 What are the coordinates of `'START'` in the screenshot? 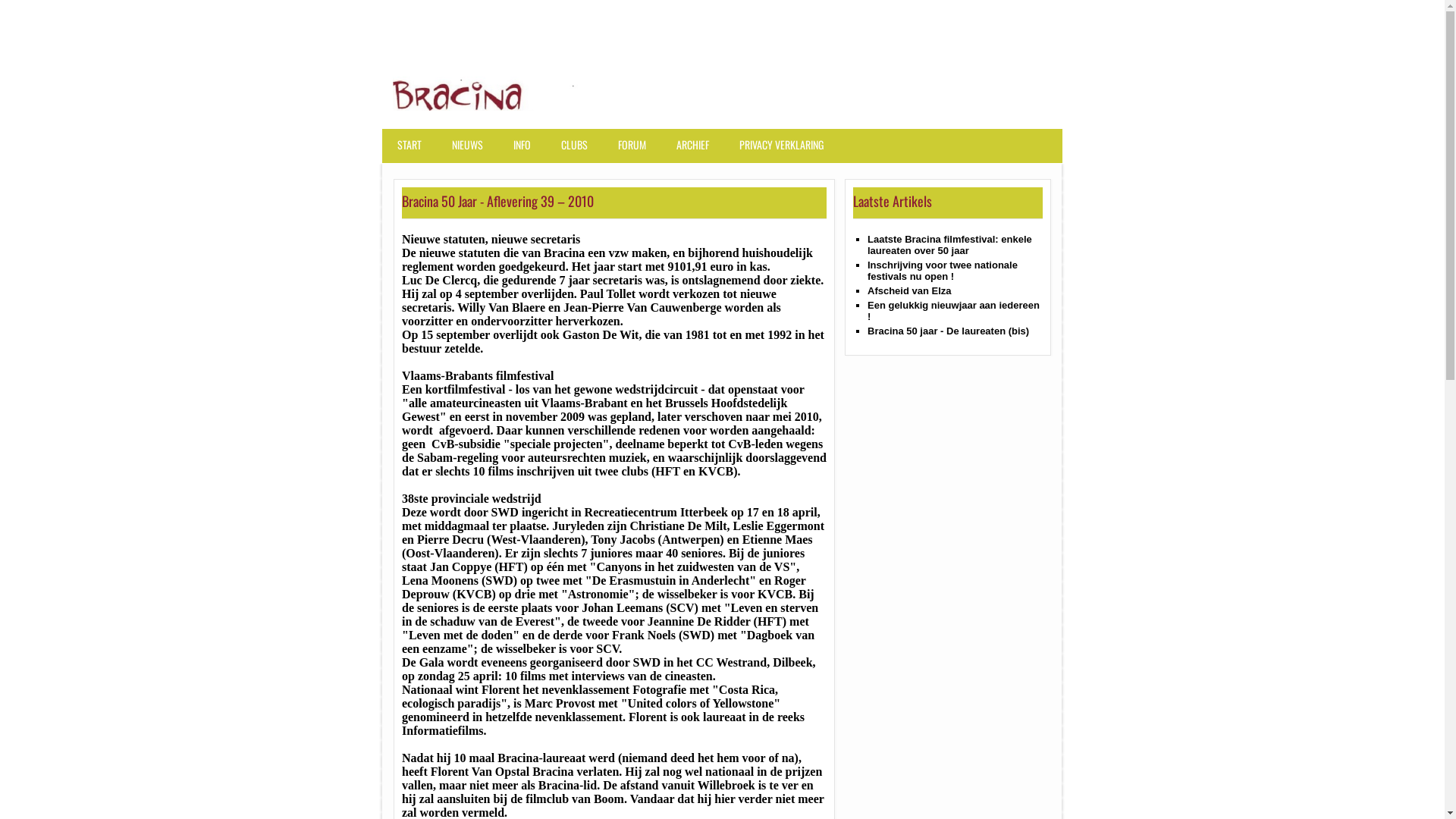 It's located at (413, 152).